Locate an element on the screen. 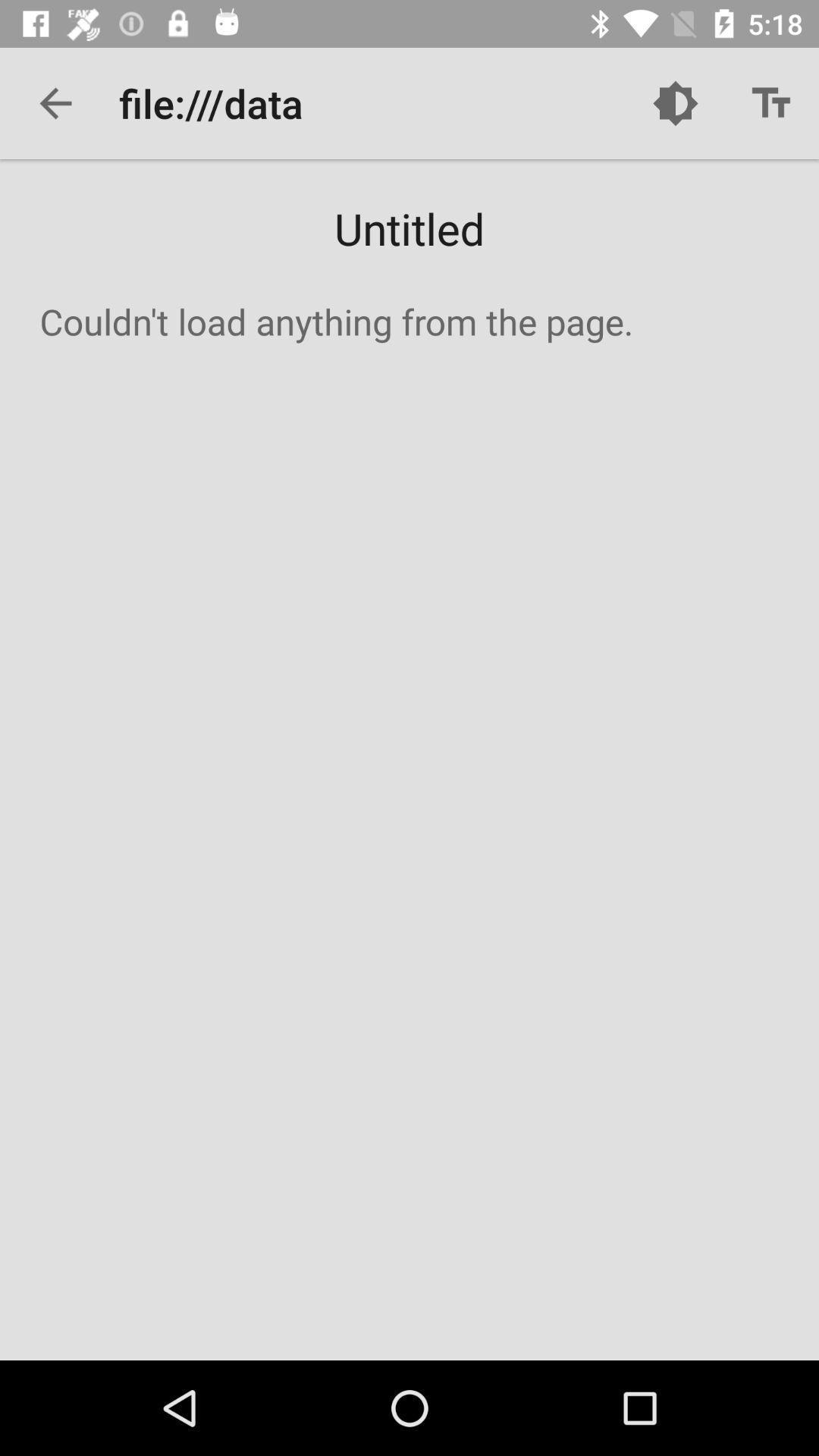 The image size is (819, 1456). the icon above untitled is located at coordinates (675, 102).